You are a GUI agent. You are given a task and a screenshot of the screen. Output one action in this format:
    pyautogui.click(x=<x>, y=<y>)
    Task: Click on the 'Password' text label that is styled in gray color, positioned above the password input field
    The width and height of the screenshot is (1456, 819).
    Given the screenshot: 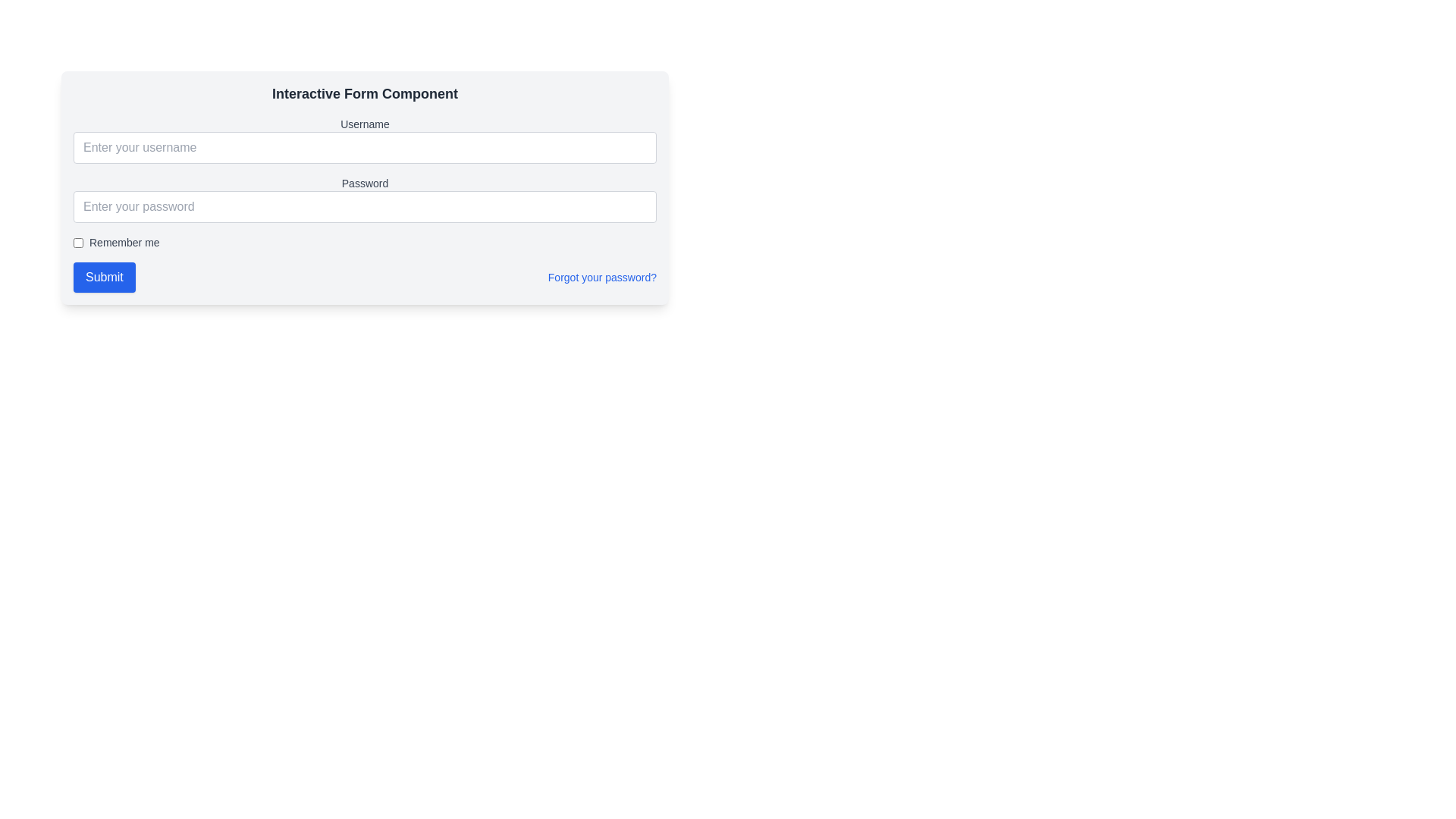 What is the action you would take?
    pyautogui.click(x=365, y=183)
    